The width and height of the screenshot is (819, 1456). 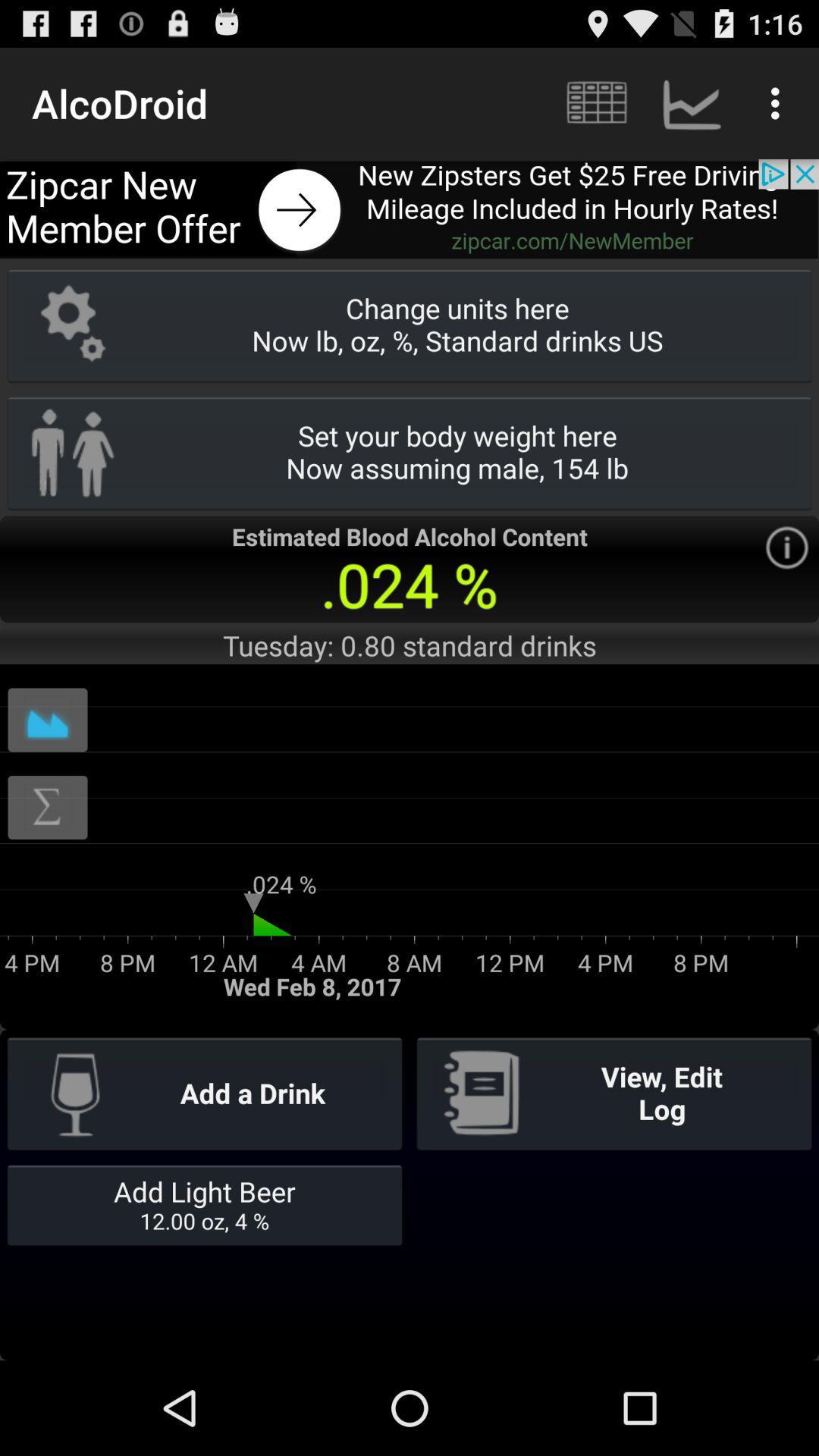 I want to click on graph, so click(x=46, y=719).